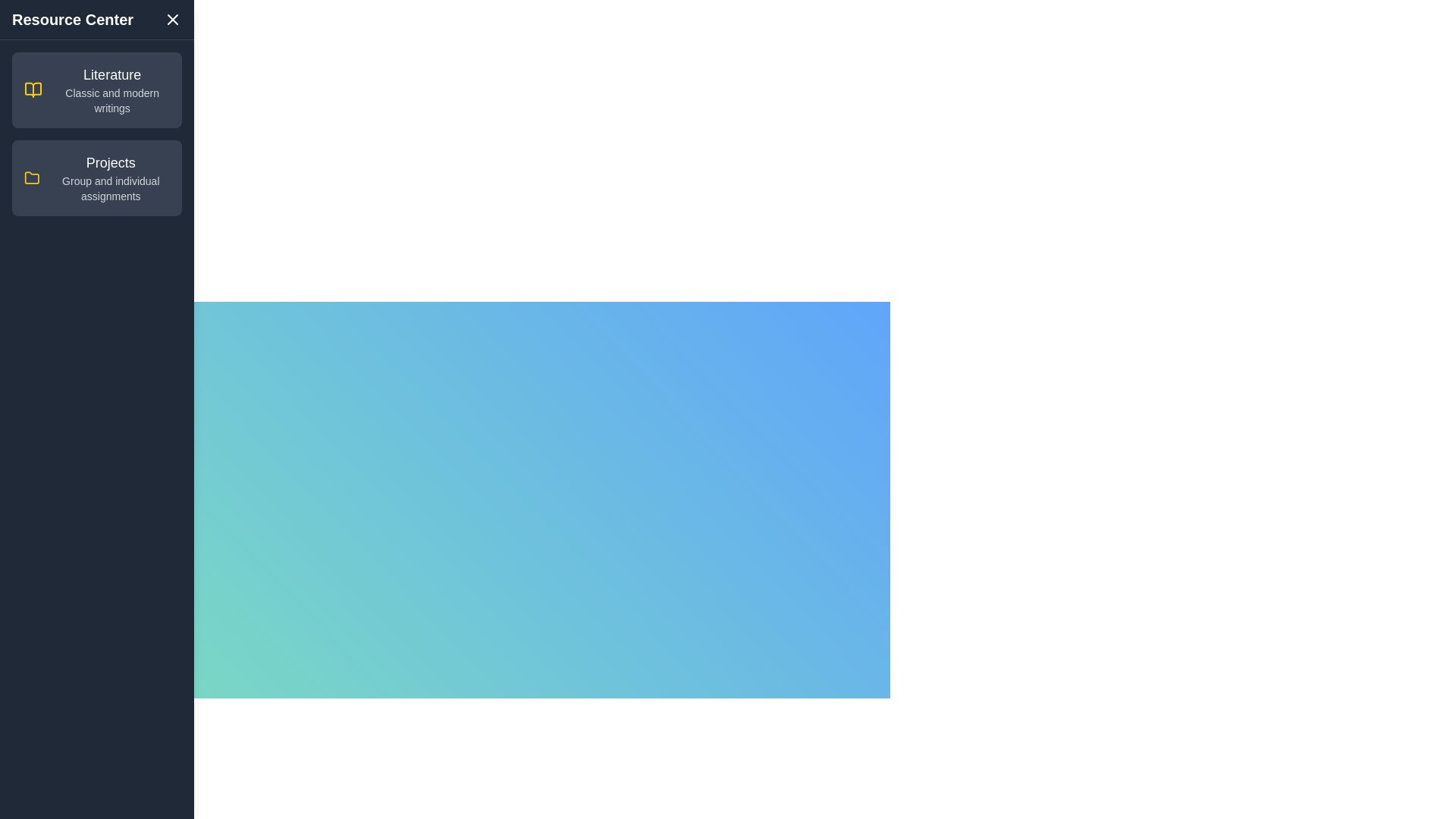 This screenshot has height=819, width=1456. What do you see at coordinates (96, 90) in the screenshot?
I see `the category Literature to highlight it` at bounding box center [96, 90].